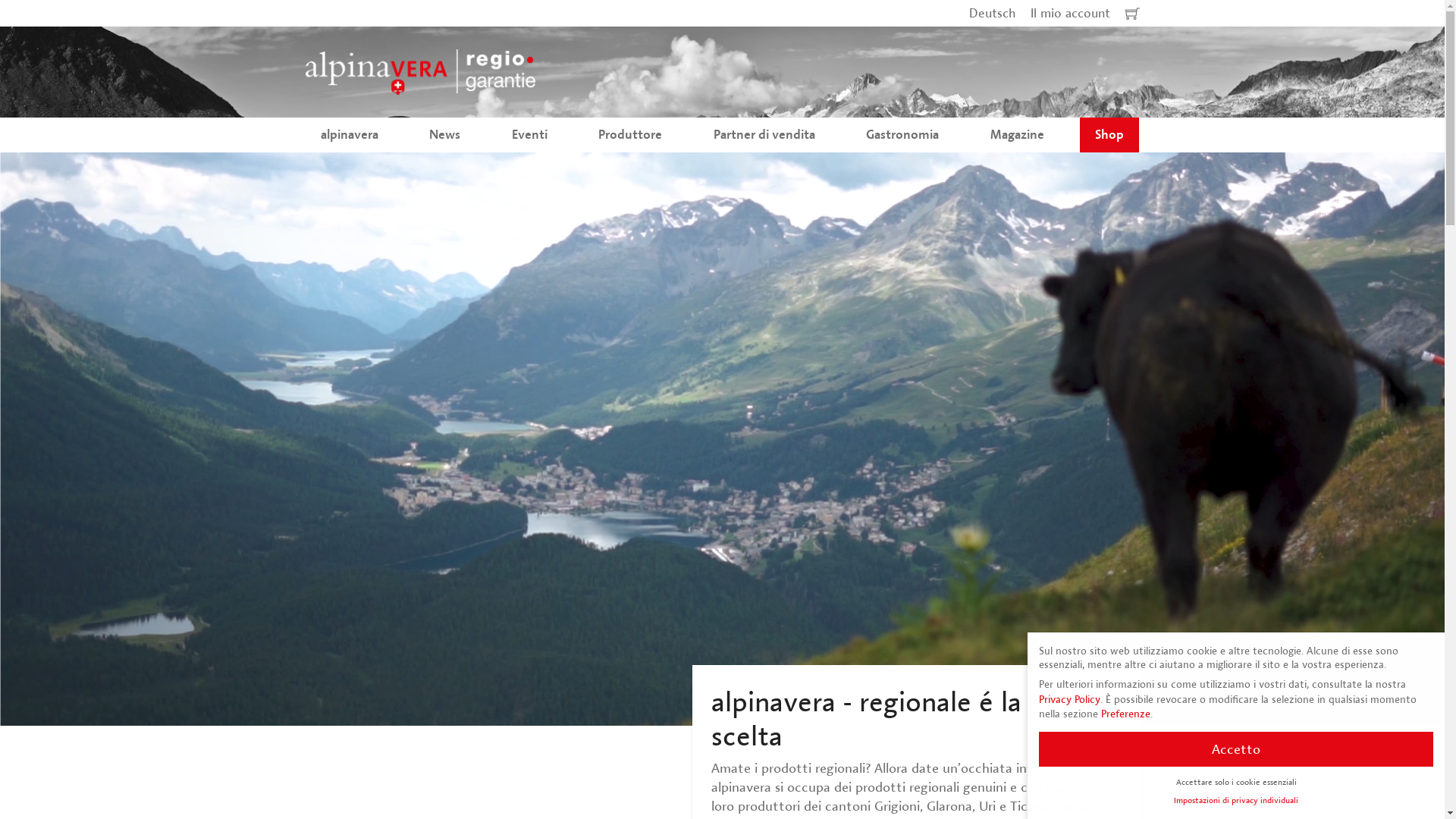 The image size is (1456, 819). I want to click on 'Privacy Policy', so click(1068, 698).